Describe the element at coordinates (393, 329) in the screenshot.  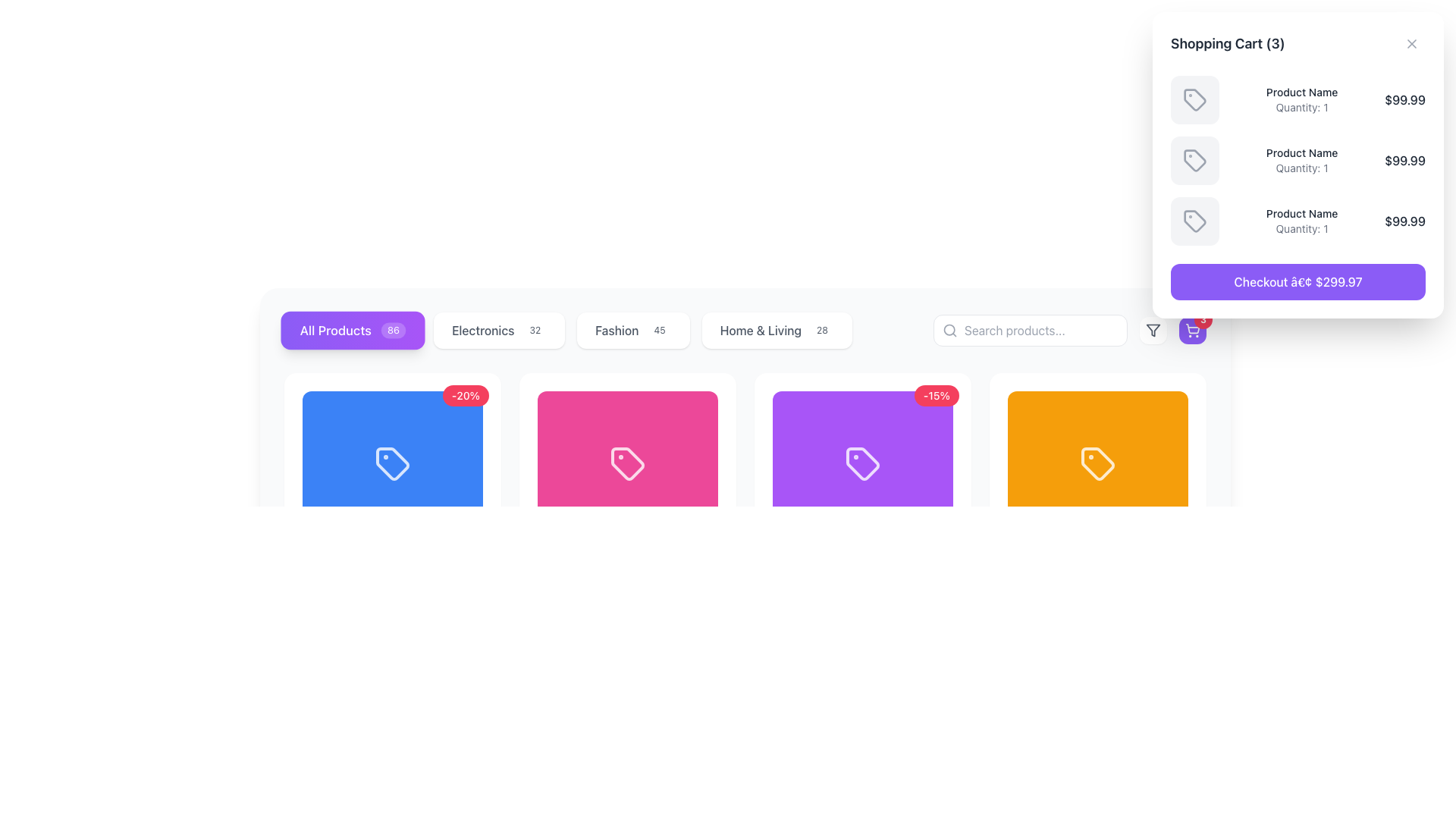
I see `count displayed on the small badge with the number '86' that is located to the right of the text 'All Products' within the purple button-like element` at that location.